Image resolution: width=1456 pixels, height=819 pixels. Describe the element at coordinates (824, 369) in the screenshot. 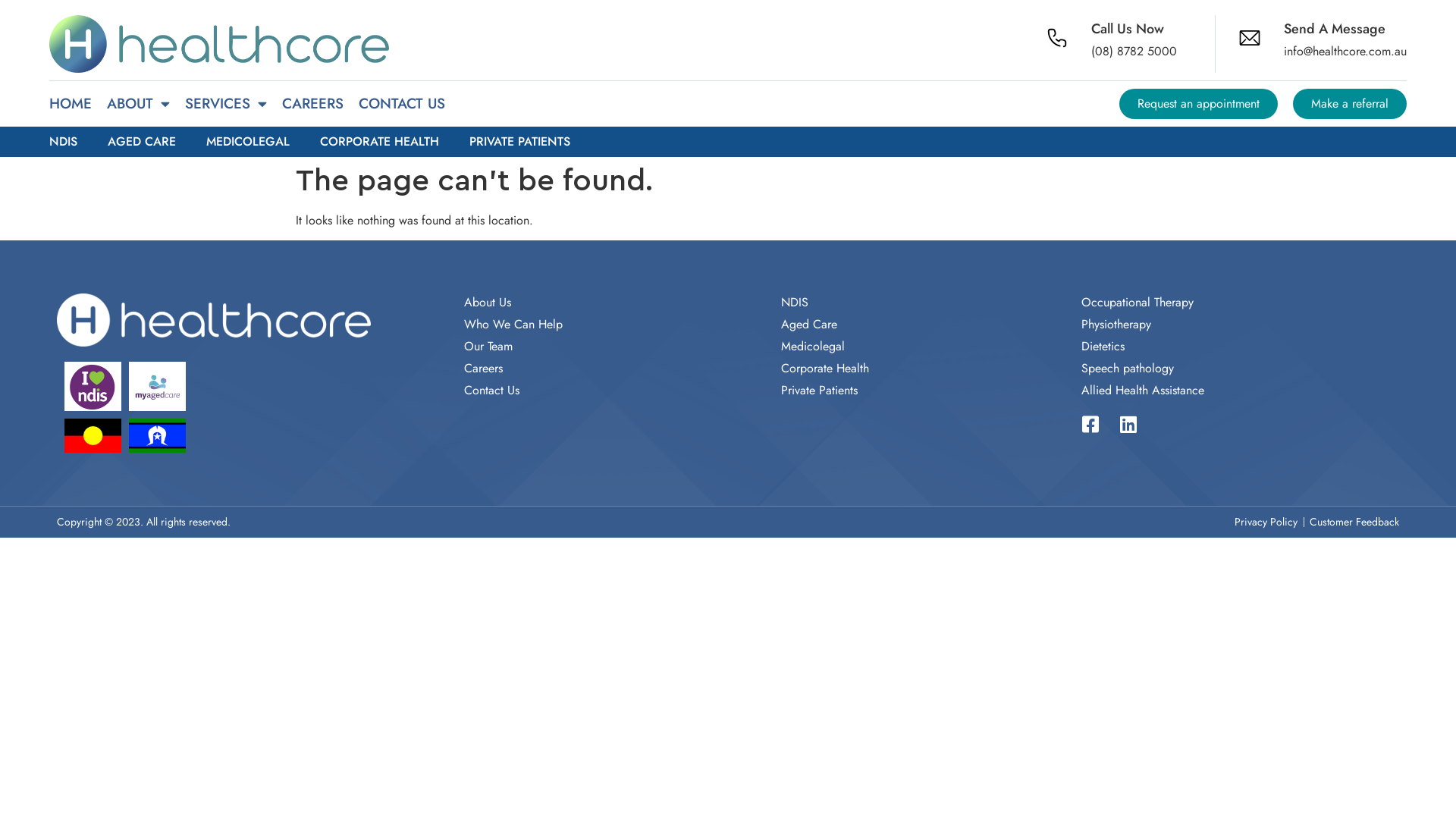

I see `'Corporate Health'` at that location.